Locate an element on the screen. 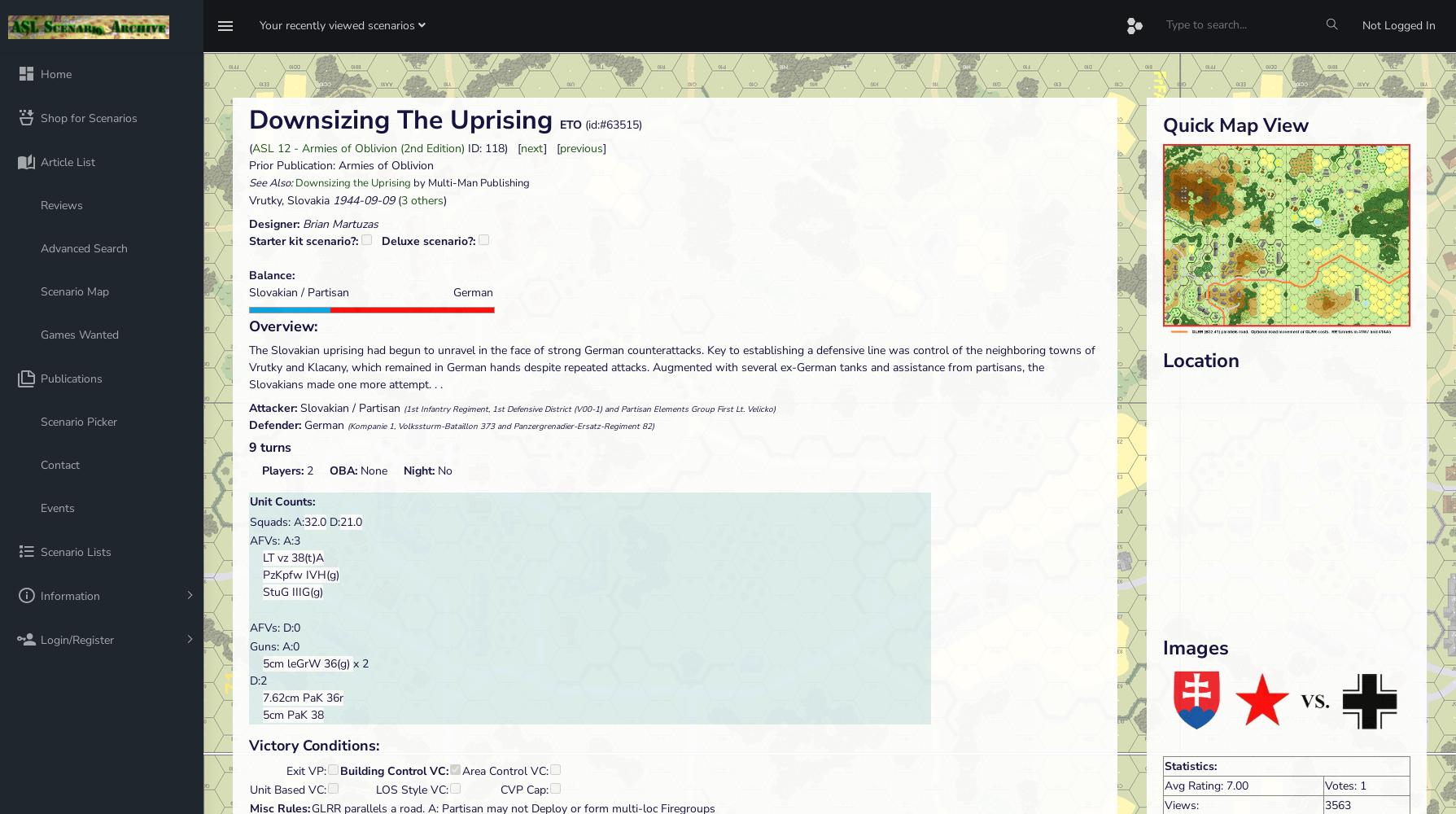 The width and height of the screenshot is (1456, 814). 'Brian Martuzas' is located at coordinates (339, 223).